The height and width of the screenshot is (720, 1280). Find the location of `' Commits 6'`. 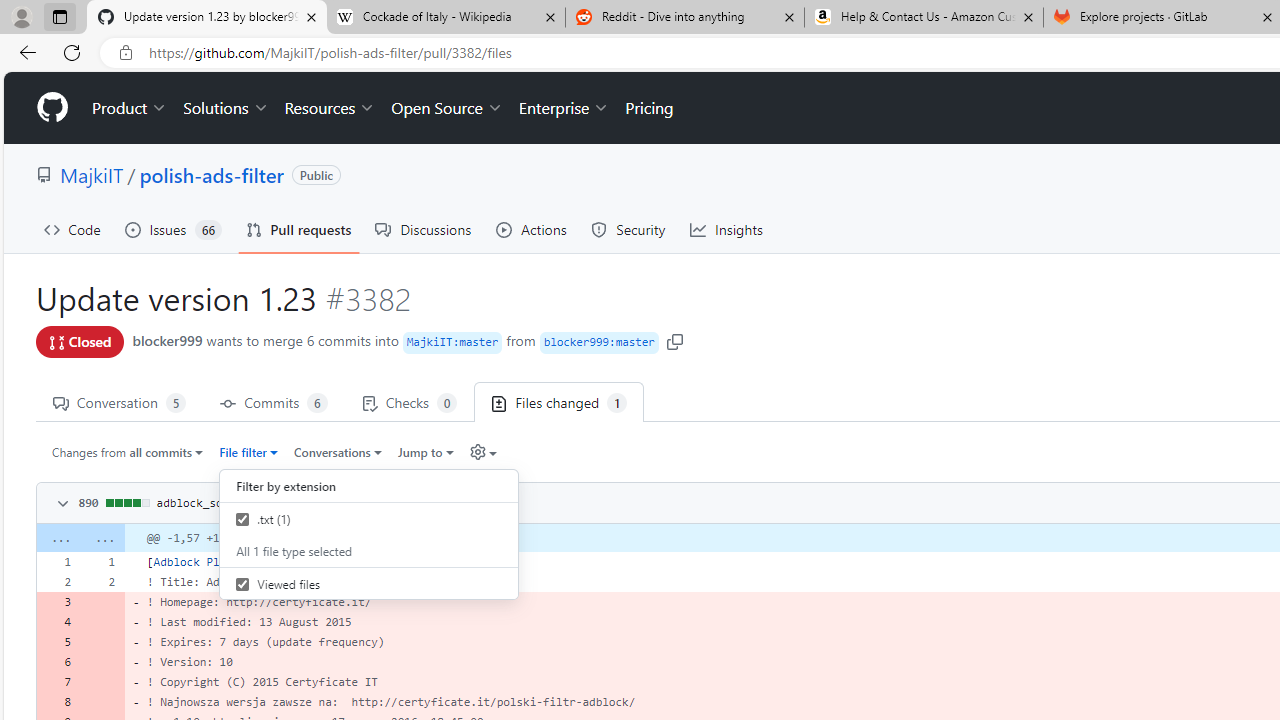

' Commits 6' is located at coordinates (273, 402).